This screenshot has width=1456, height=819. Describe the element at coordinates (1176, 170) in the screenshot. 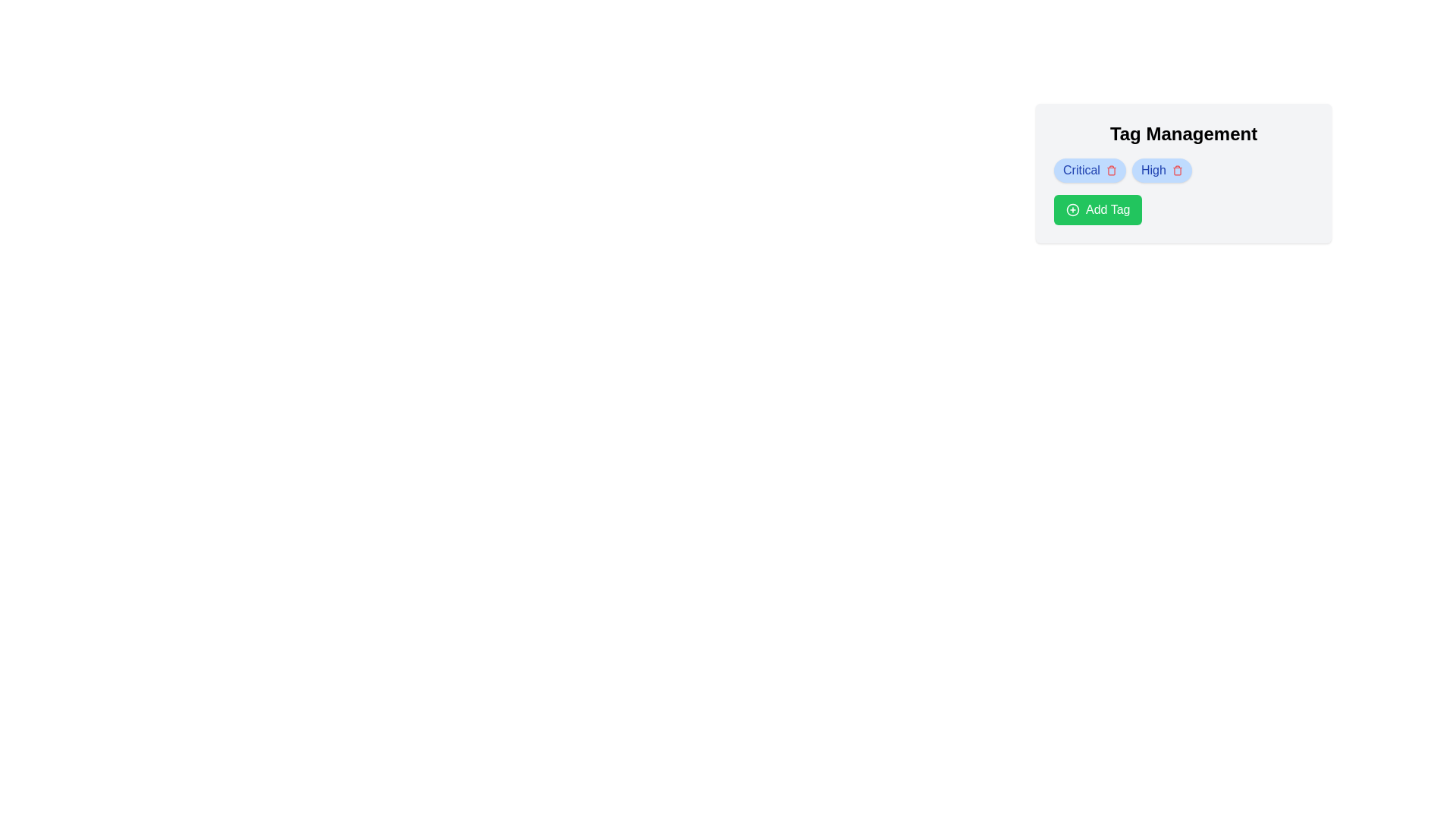

I see `the delete button located to the right of the 'High' label in the 'Tag Management' section` at that location.